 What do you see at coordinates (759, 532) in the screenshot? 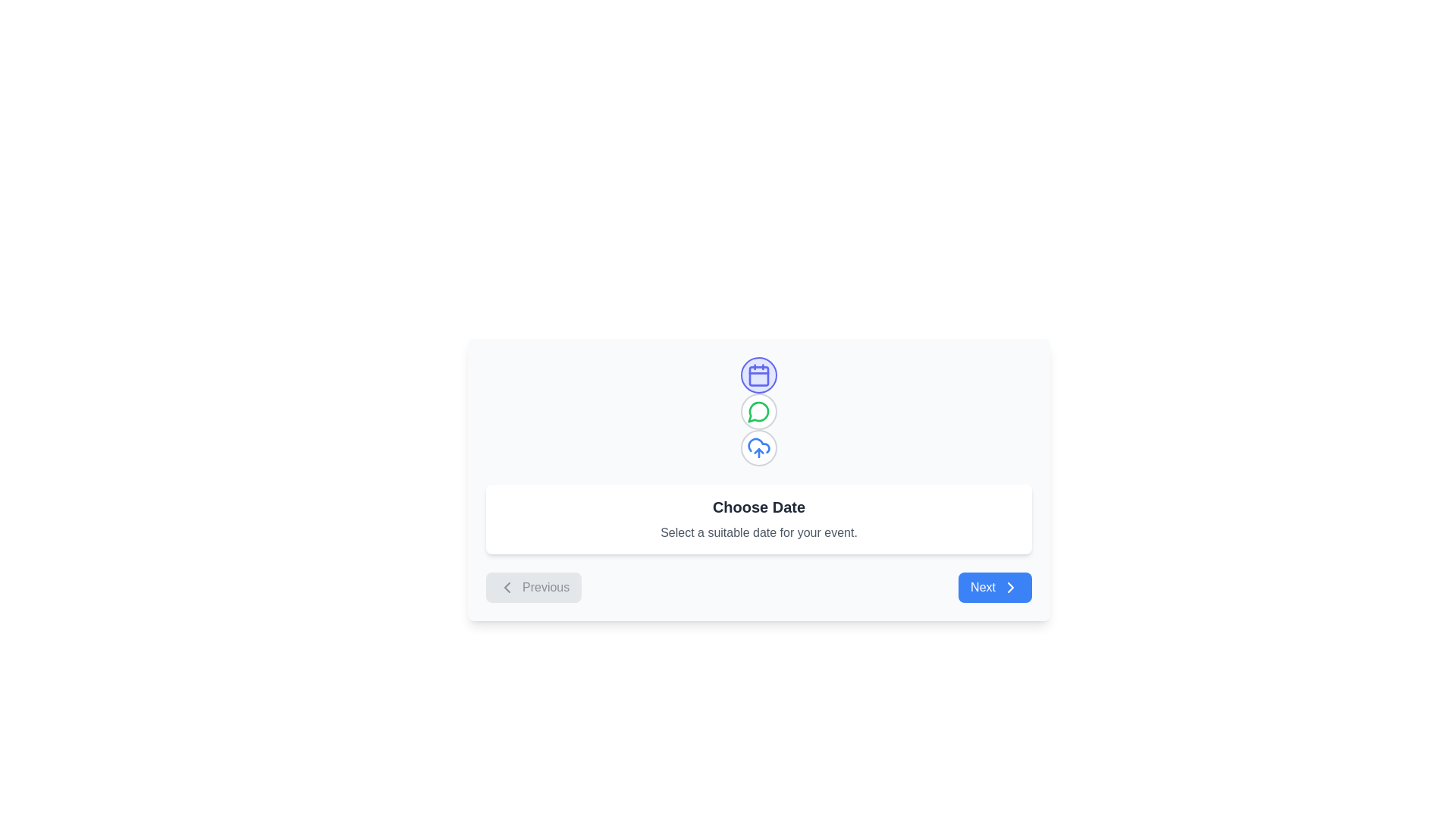
I see `the static text label that contains the text 'Select a suitable date for your event.' located below the 'Choose Date' heading in the white rectangular card` at bounding box center [759, 532].